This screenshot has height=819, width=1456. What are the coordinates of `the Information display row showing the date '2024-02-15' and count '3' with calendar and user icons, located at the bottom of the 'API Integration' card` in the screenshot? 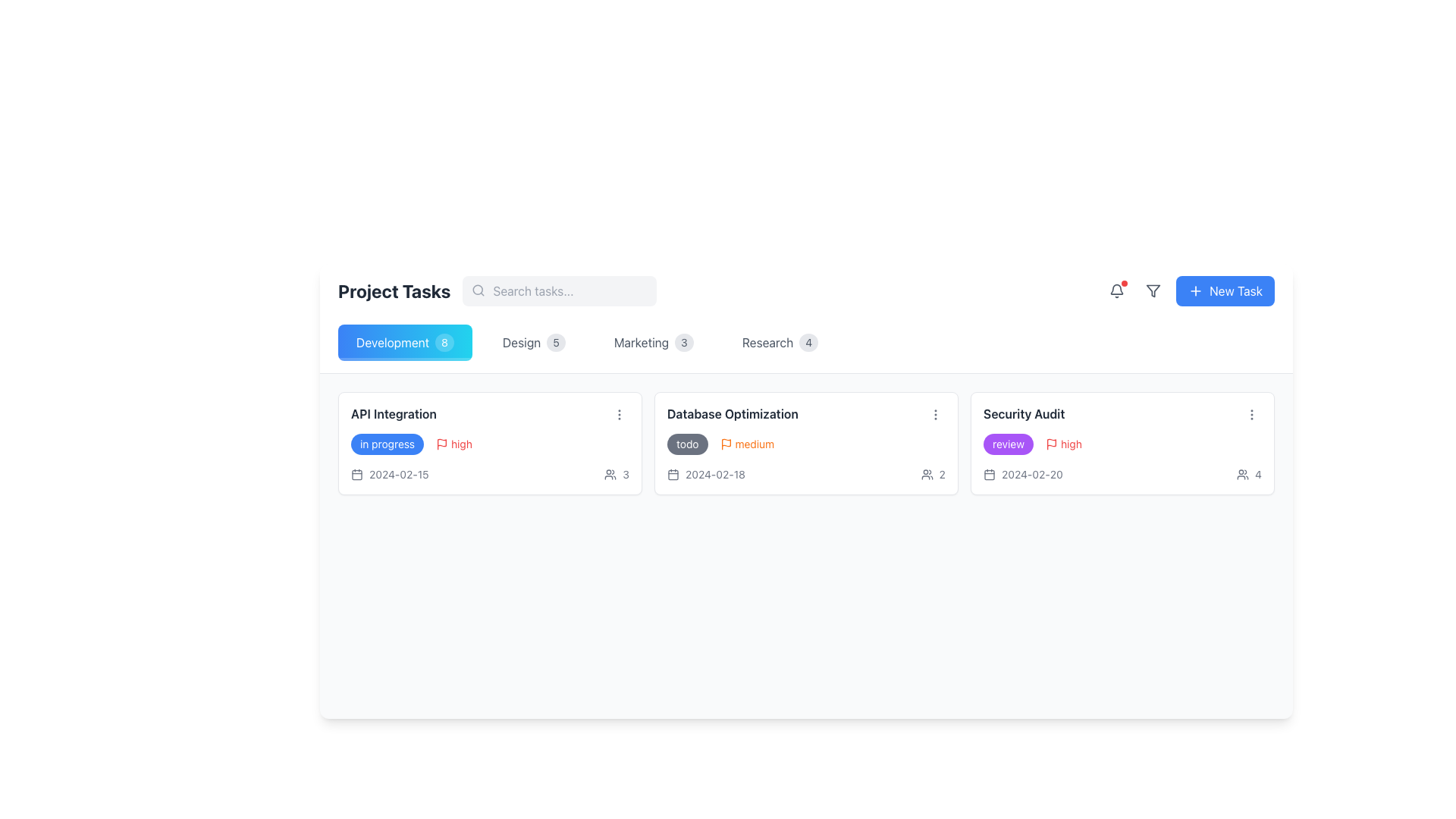 It's located at (490, 473).